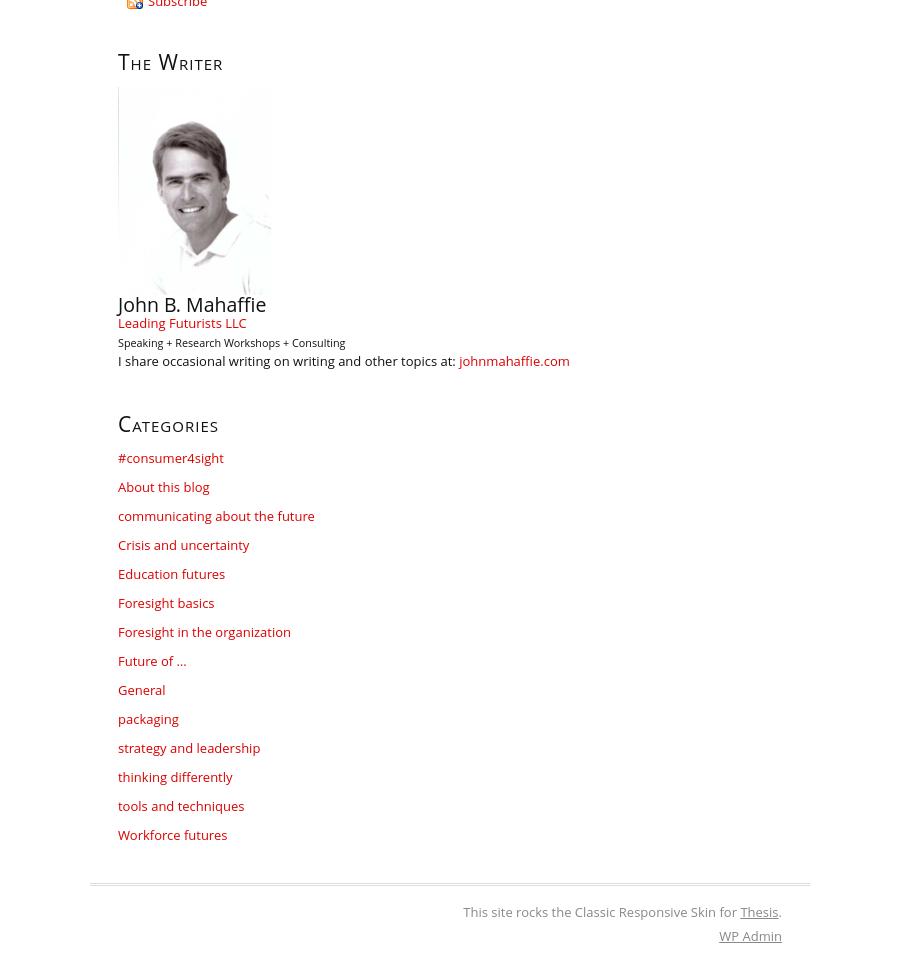 The width and height of the screenshot is (900, 961). I want to click on 'Education futures', so click(171, 573).